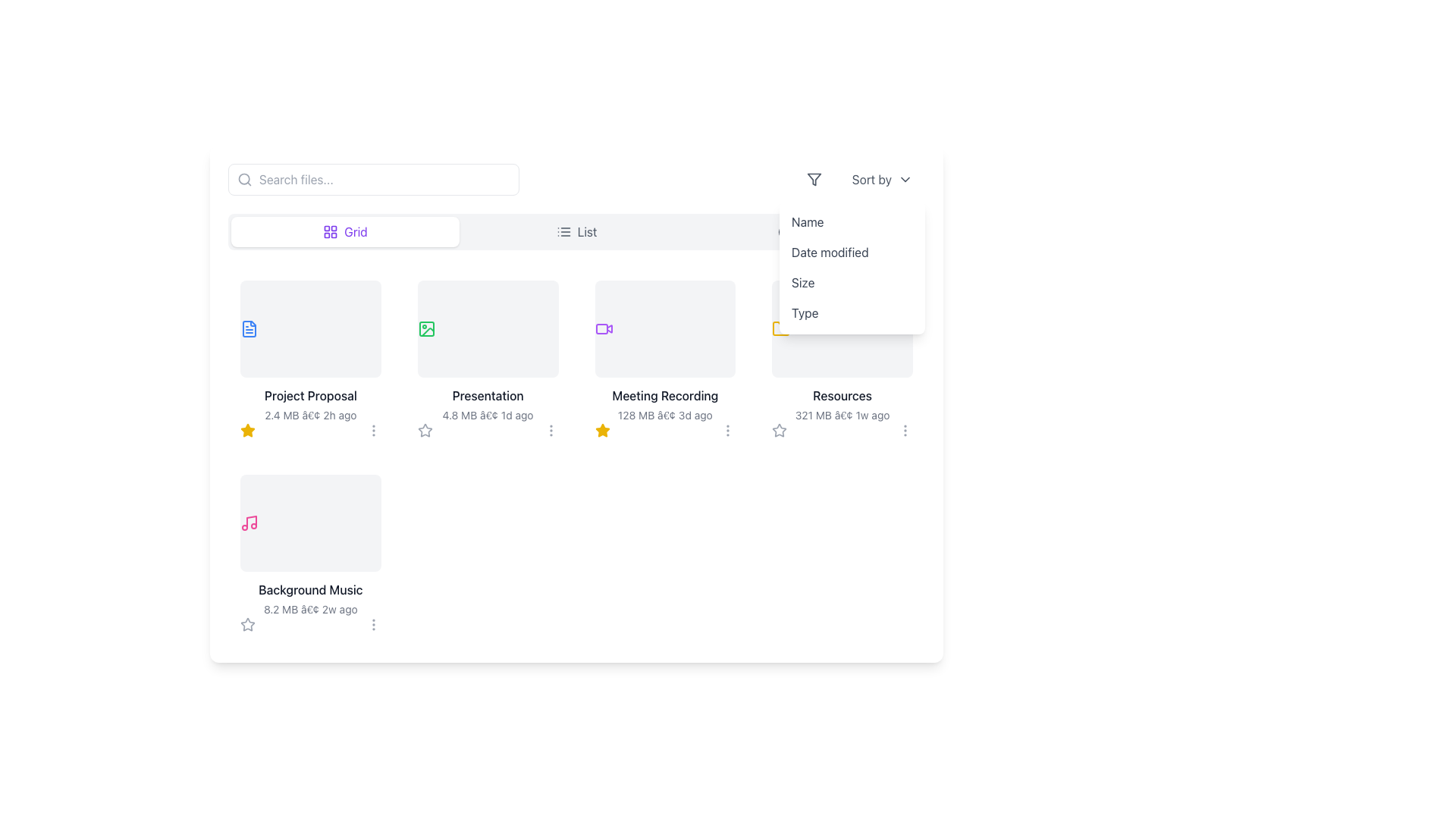 The width and height of the screenshot is (1456, 819). What do you see at coordinates (576, 231) in the screenshot?
I see `the middle button in the row of display mode options` at bounding box center [576, 231].